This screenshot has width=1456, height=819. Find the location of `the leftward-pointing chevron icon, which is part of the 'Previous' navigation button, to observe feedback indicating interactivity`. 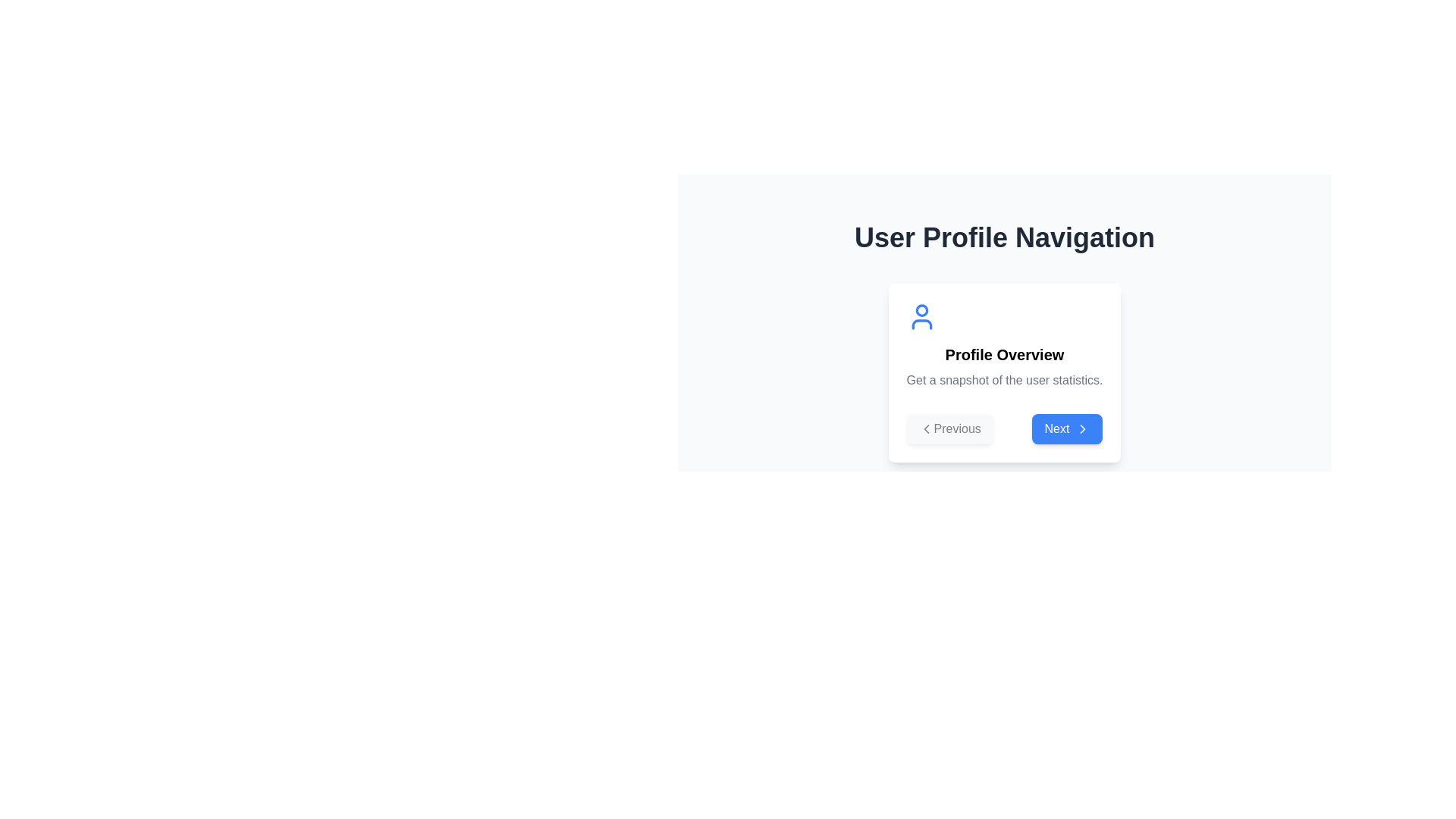

the leftward-pointing chevron icon, which is part of the 'Previous' navigation button, to observe feedback indicating interactivity is located at coordinates (925, 429).